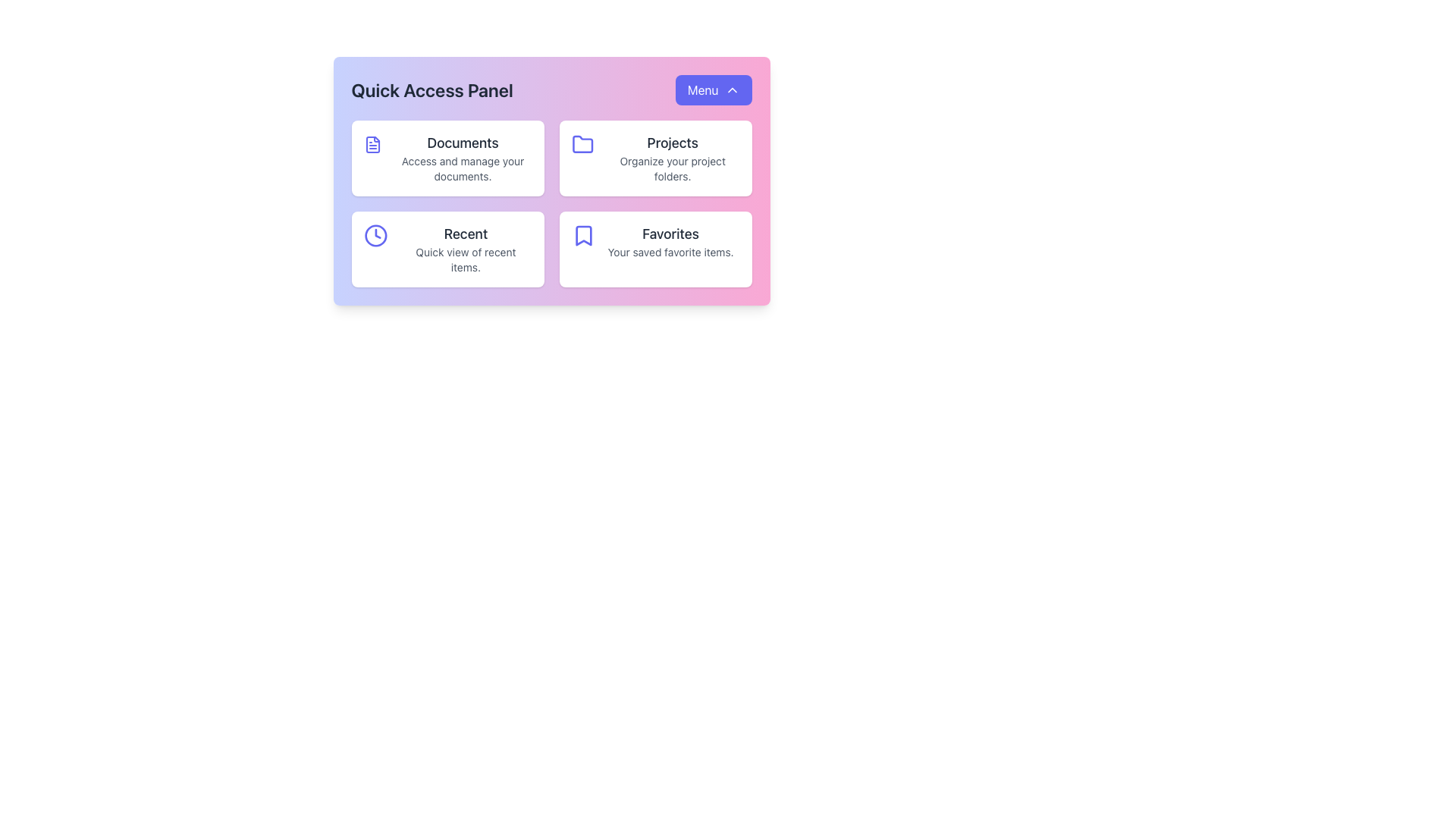 Image resolution: width=1456 pixels, height=819 pixels. What do you see at coordinates (670, 248) in the screenshot?
I see `the 'Favorites' text description element located in the bottom-right card of the four-card grid, which provides information about saved items` at bounding box center [670, 248].